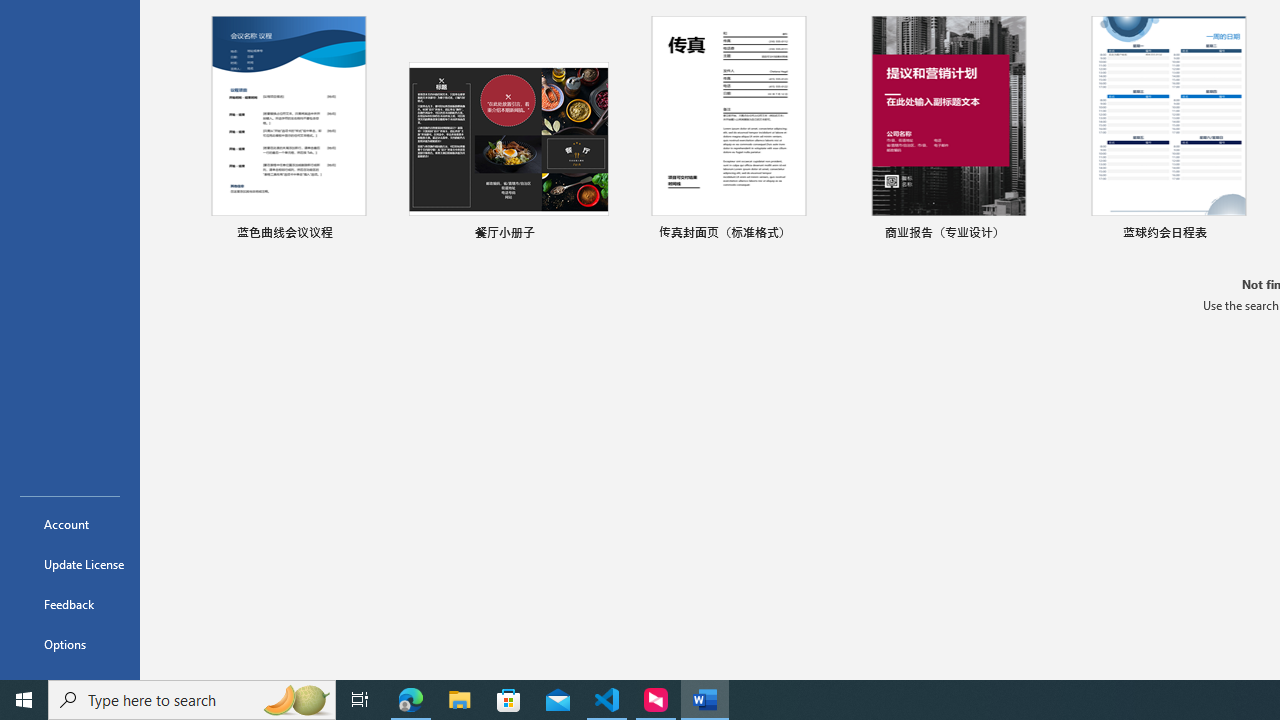 The image size is (1280, 720). Describe the element at coordinates (1254, 234) in the screenshot. I see `'Pin to list'` at that location.